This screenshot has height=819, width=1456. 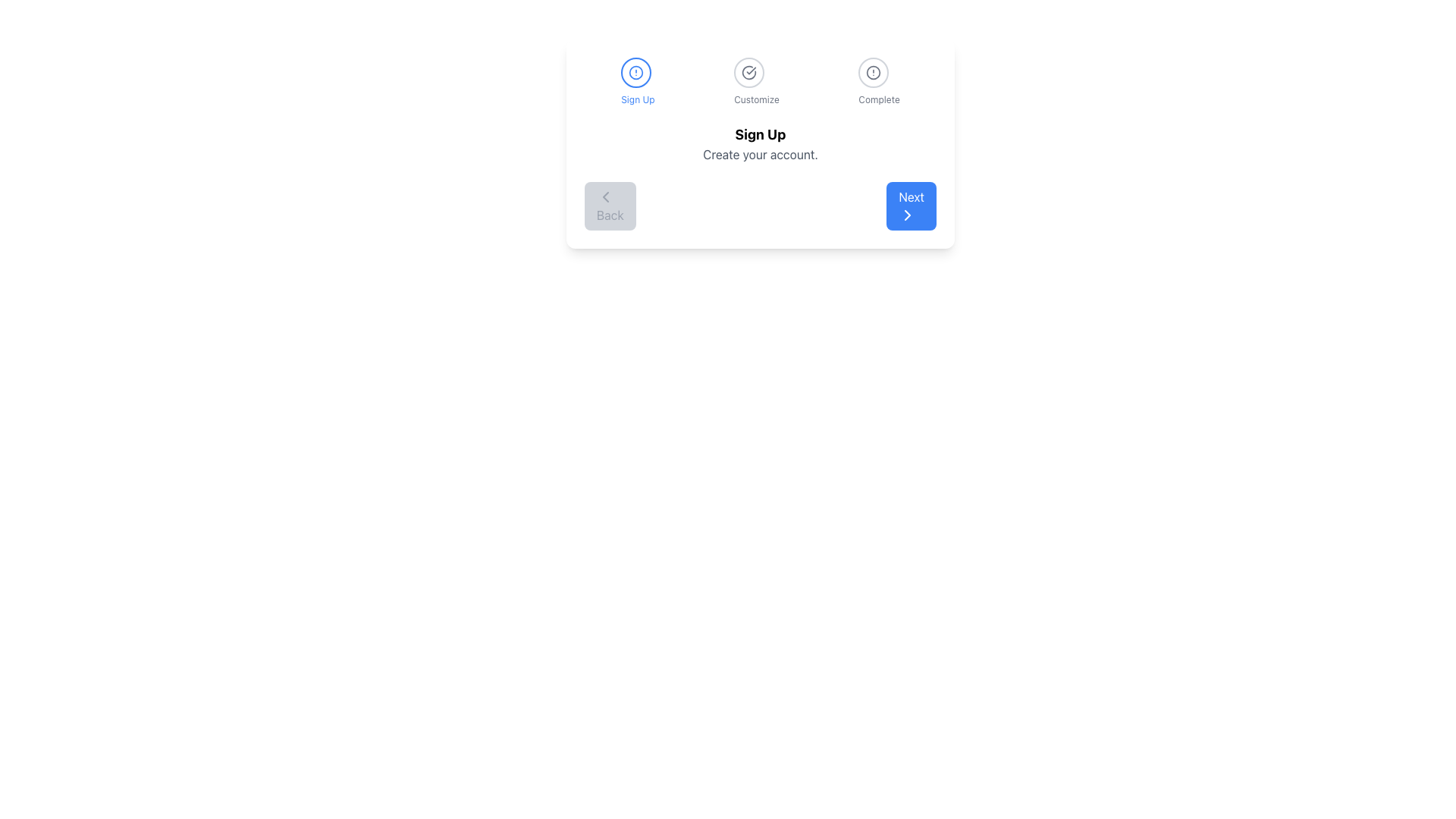 I want to click on the 'Sign Up' SVG icon, which is located in the top-left circular button among three horizontal buttons, indicating the current step in a multi-step process, so click(x=636, y=73).